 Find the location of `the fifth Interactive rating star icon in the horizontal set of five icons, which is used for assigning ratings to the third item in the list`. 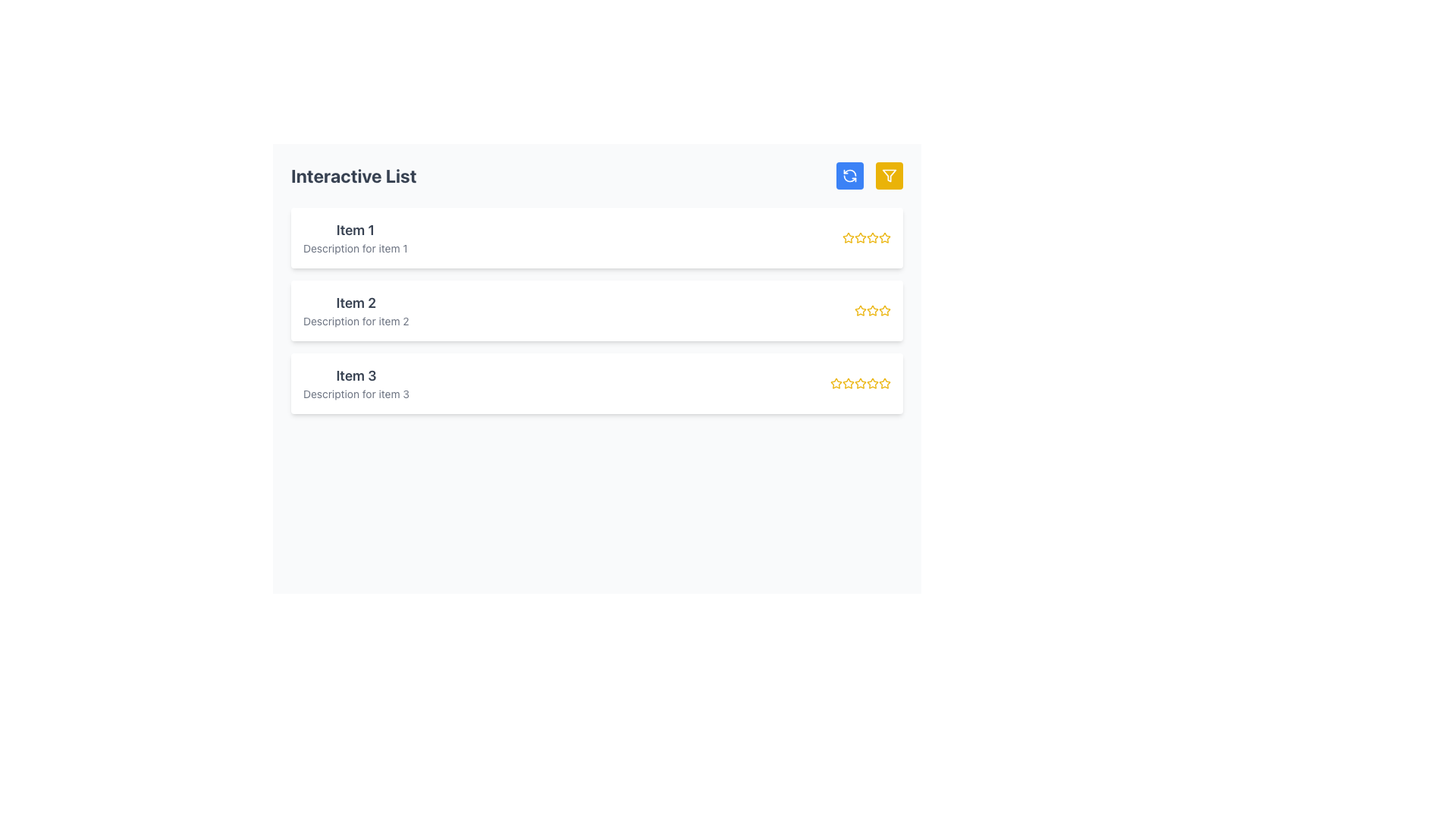

the fifth Interactive rating star icon in the horizontal set of five icons, which is used for assigning ratings to the third item in the list is located at coordinates (884, 382).